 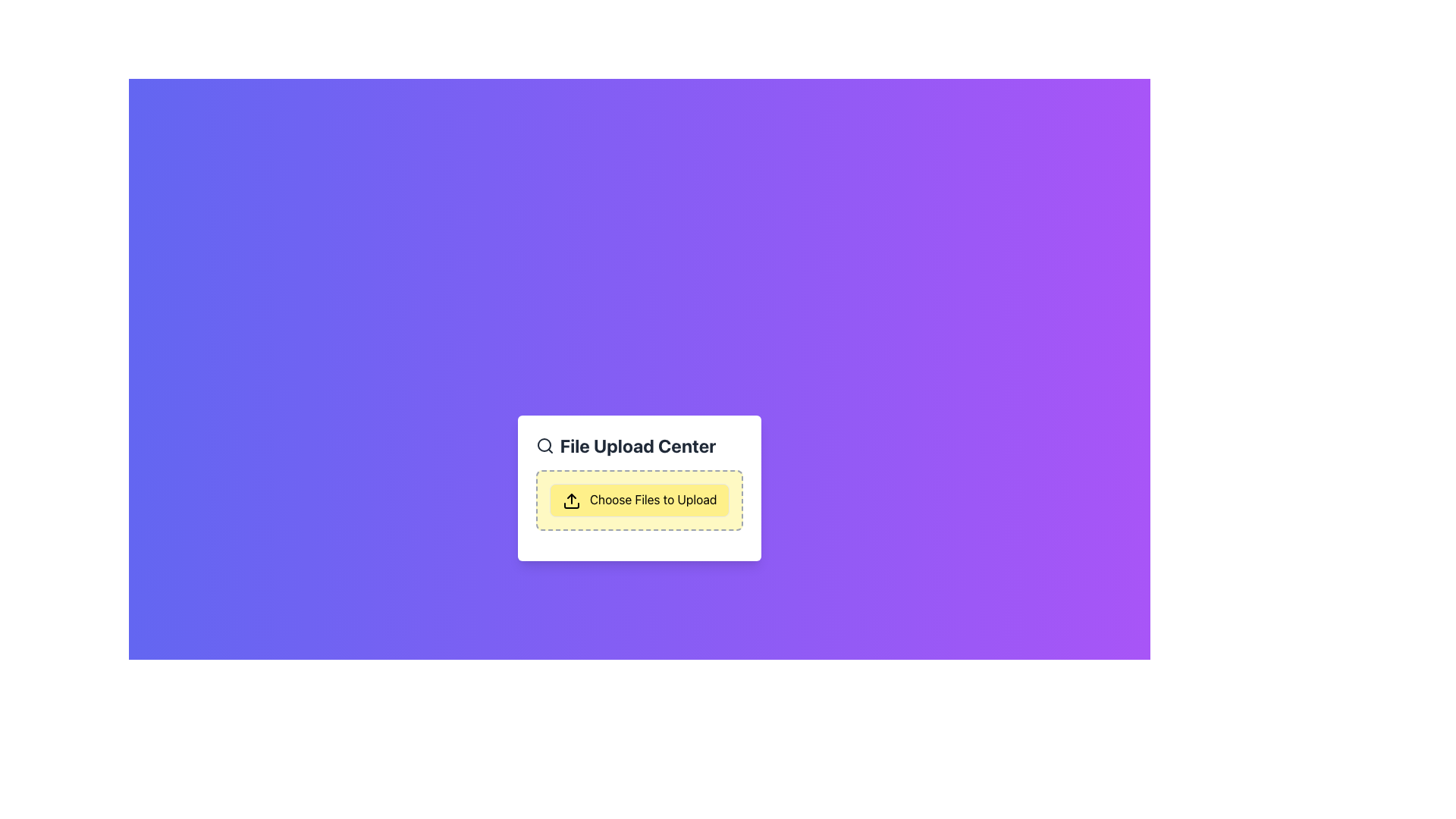 I want to click on the magnifying glass icon located to the left of the 'File Upload Center' text, so click(x=544, y=445).